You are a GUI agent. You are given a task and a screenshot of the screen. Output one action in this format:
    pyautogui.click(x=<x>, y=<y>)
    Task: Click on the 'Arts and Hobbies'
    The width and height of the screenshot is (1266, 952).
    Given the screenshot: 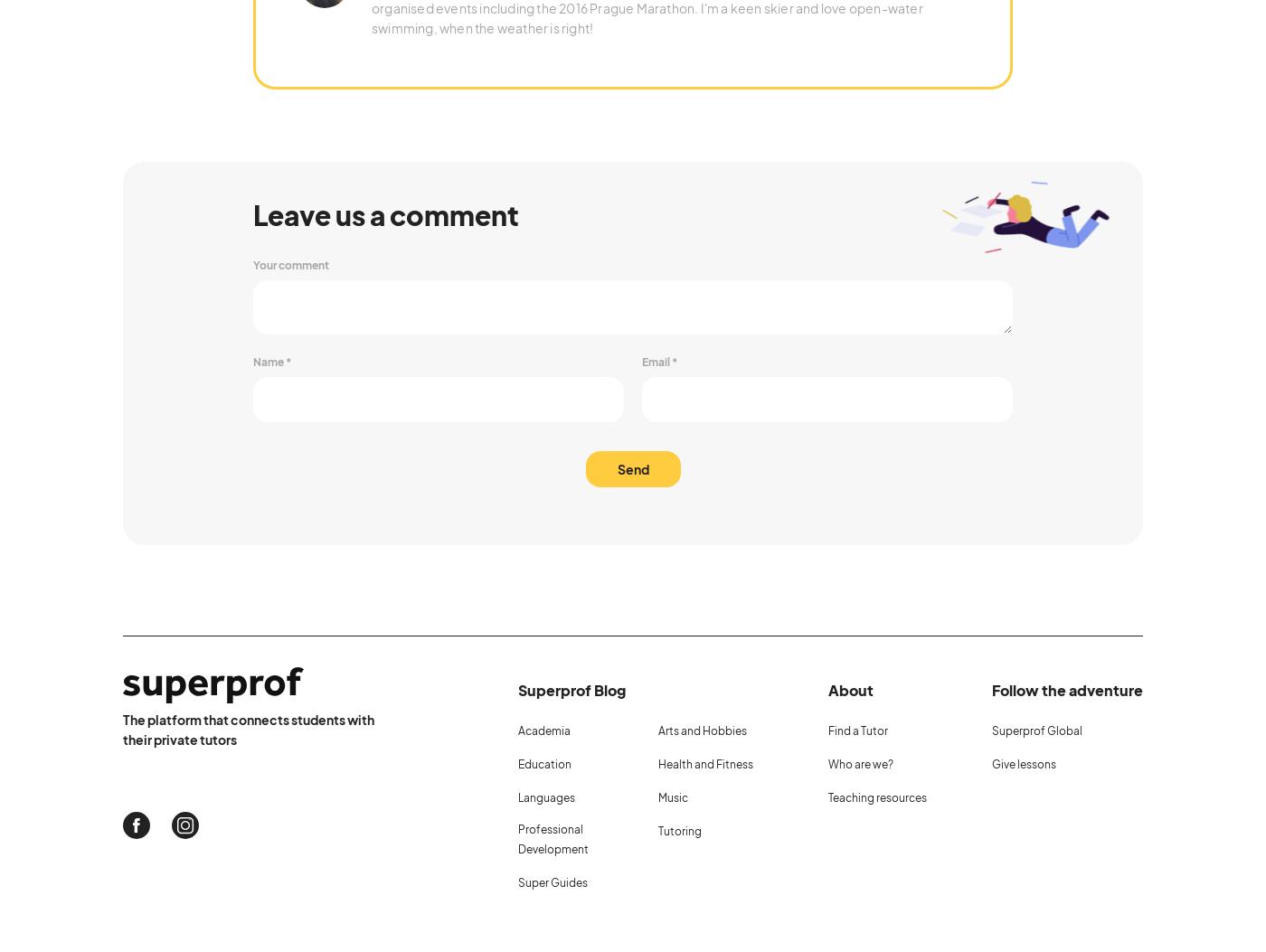 What is the action you would take?
    pyautogui.click(x=703, y=730)
    